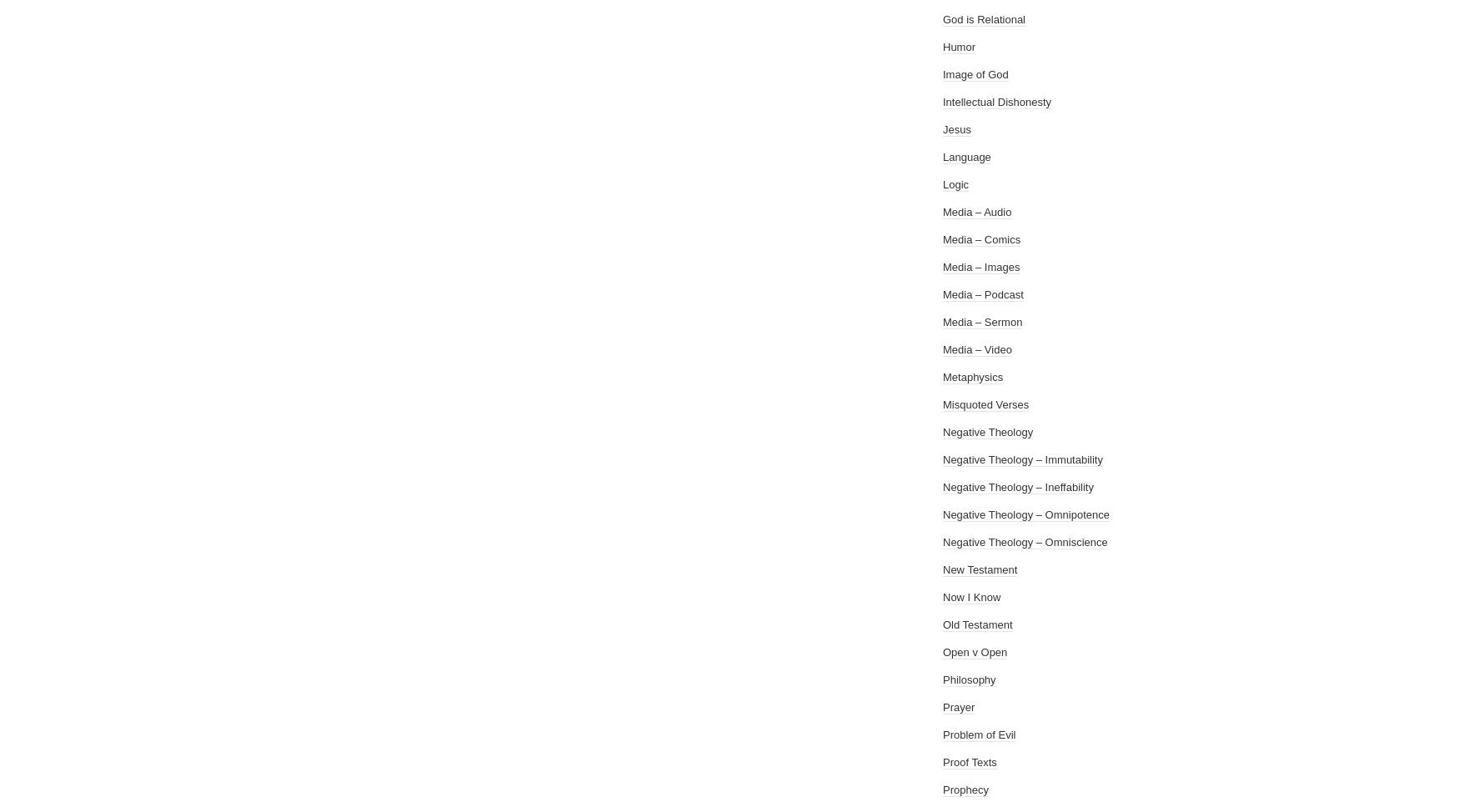 The image size is (1469, 812). I want to click on 'Misquoted Verses', so click(985, 403).